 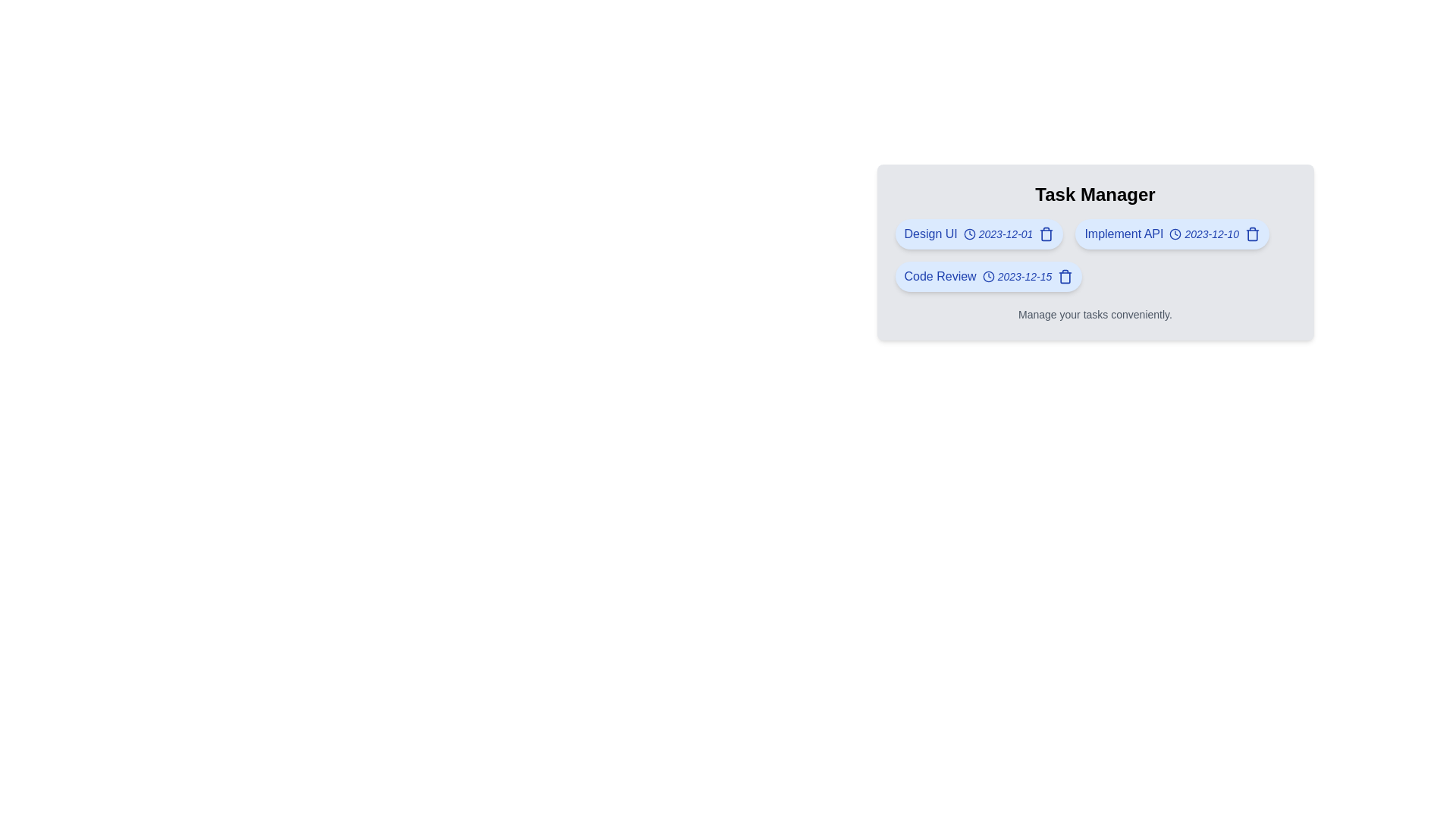 I want to click on the task chip labeled 'Design UI' to view its deadline, so click(x=979, y=234).